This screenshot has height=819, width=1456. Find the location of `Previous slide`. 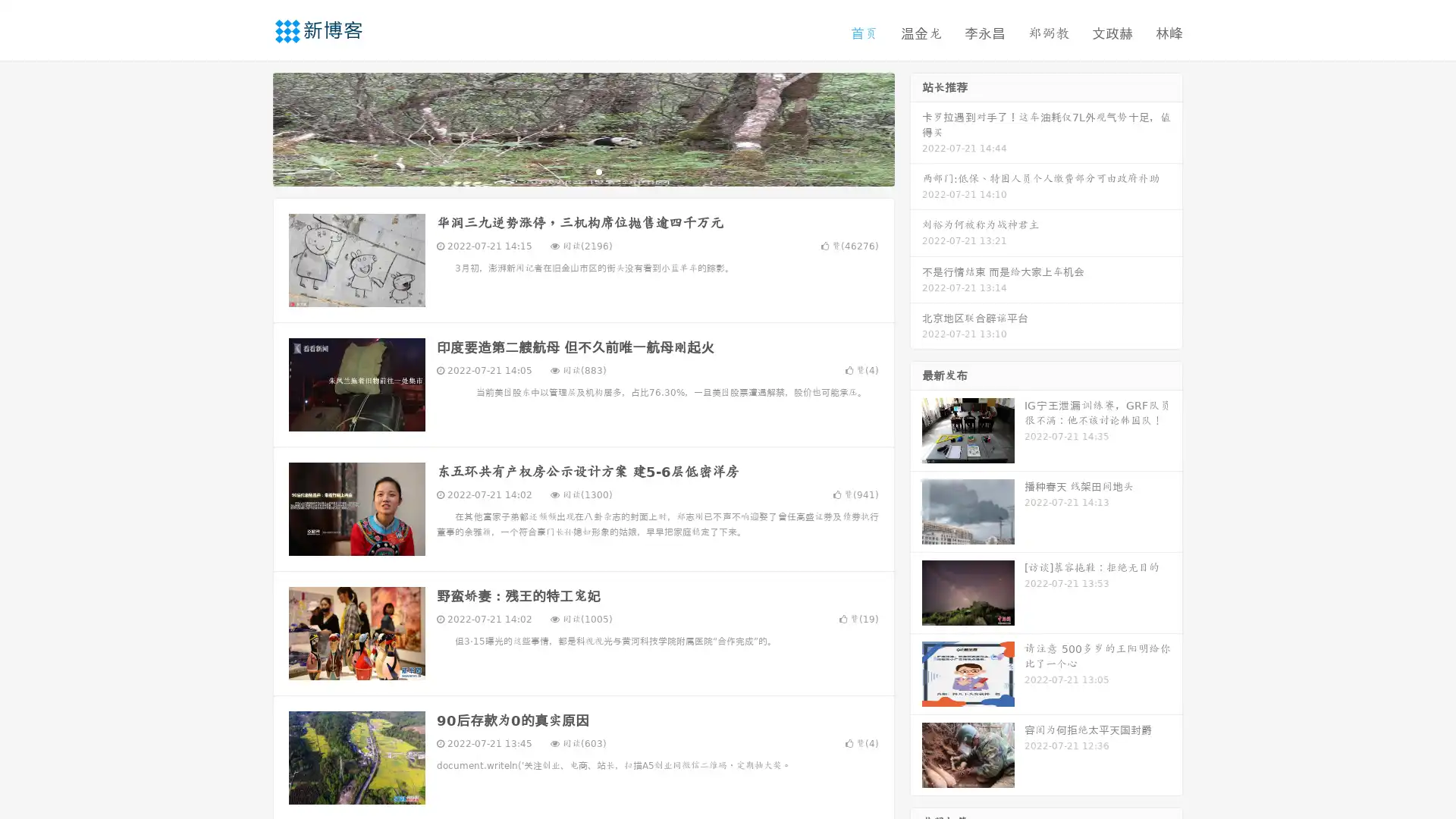

Previous slide is located at coordinates (250, 127).